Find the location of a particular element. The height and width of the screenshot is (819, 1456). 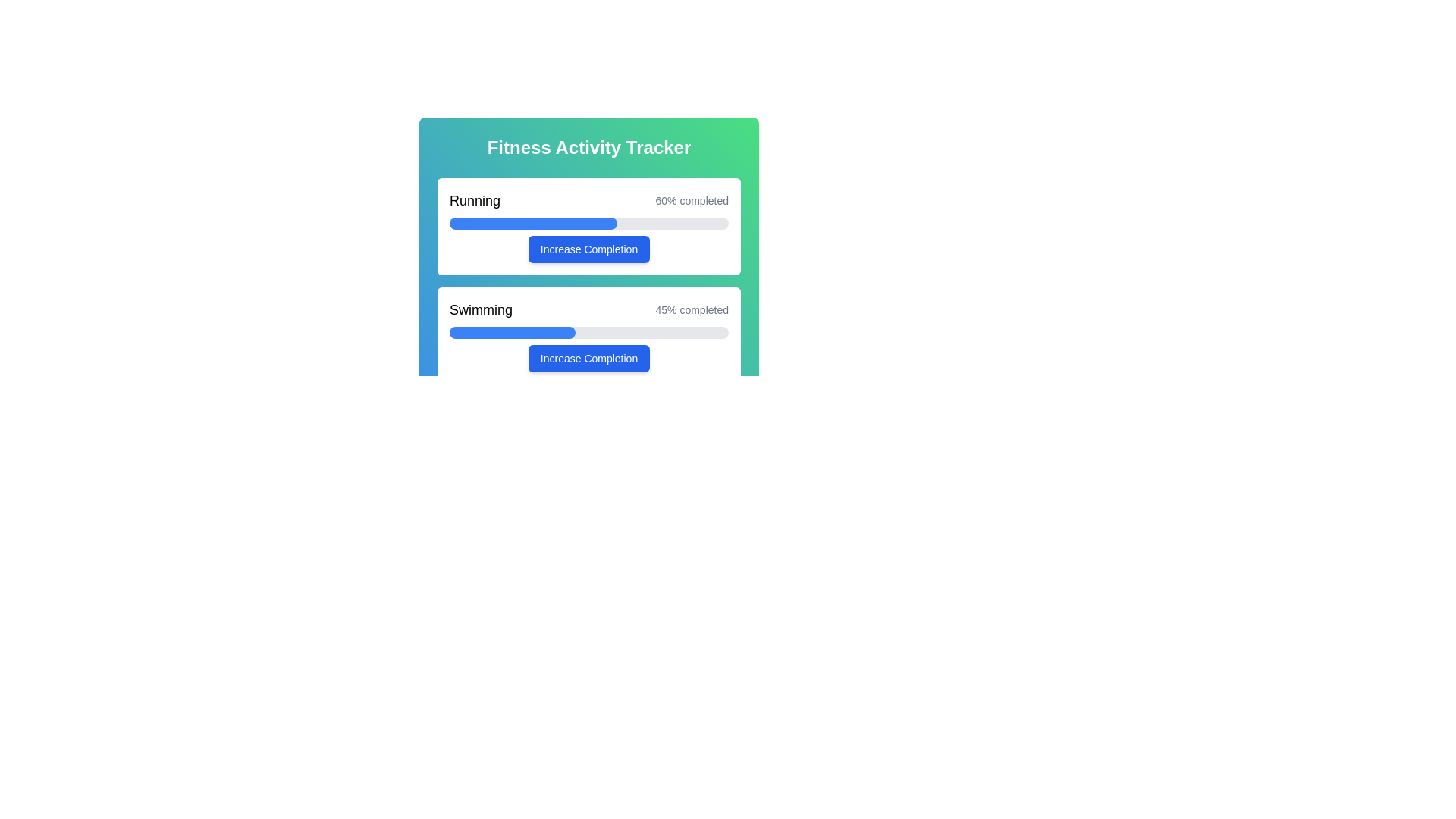

completion percentage from the text label located to the right of the 'Swimming' text in the second progress block of the 'Fitness Activity Tracker' section is located at coordinates (691, 309).